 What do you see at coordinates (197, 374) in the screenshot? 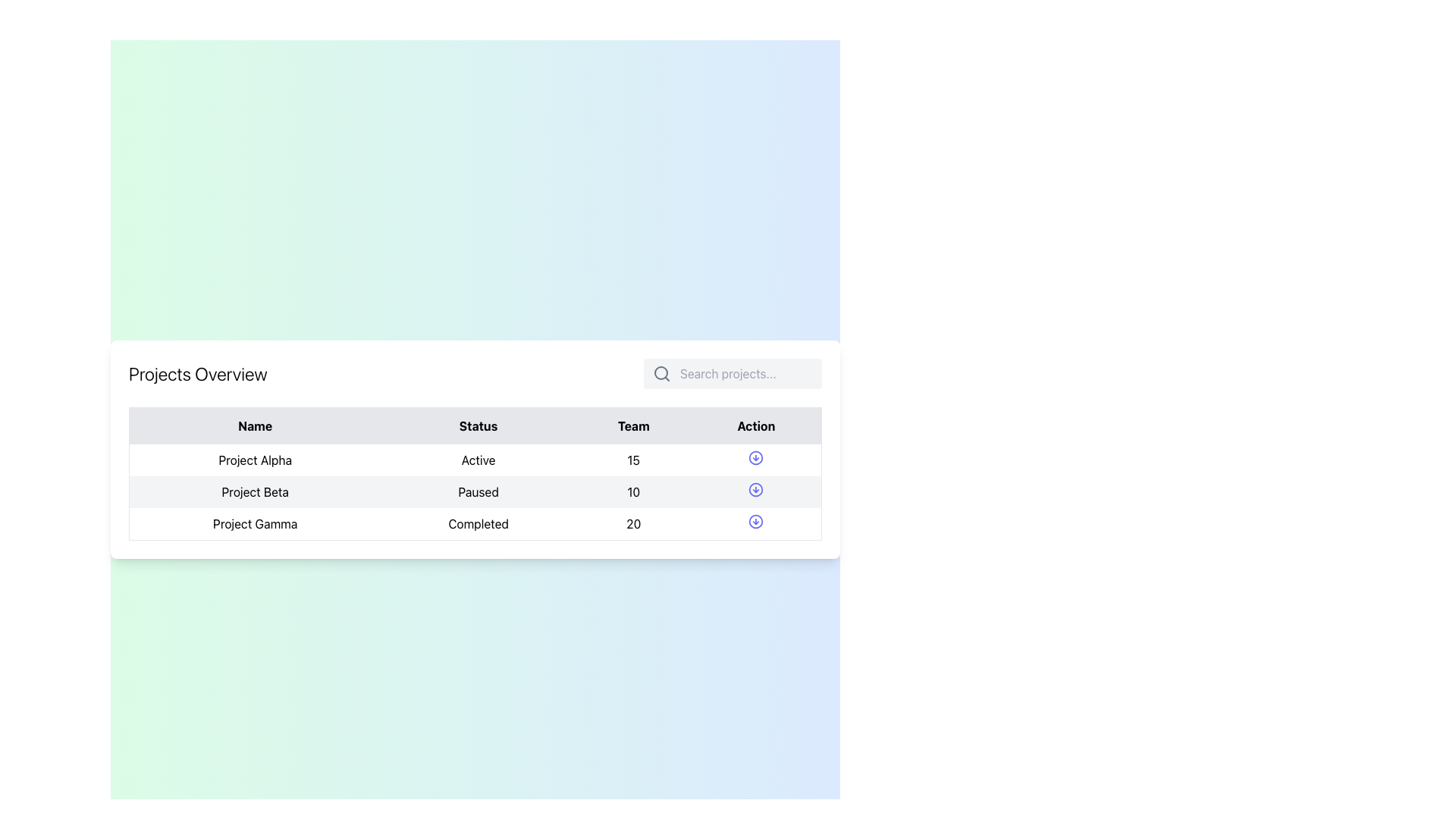
I see `text label displaying 'Projects Overview', which is styled as a title or header and located at the top left of the section` at bounding box center [197, 374].